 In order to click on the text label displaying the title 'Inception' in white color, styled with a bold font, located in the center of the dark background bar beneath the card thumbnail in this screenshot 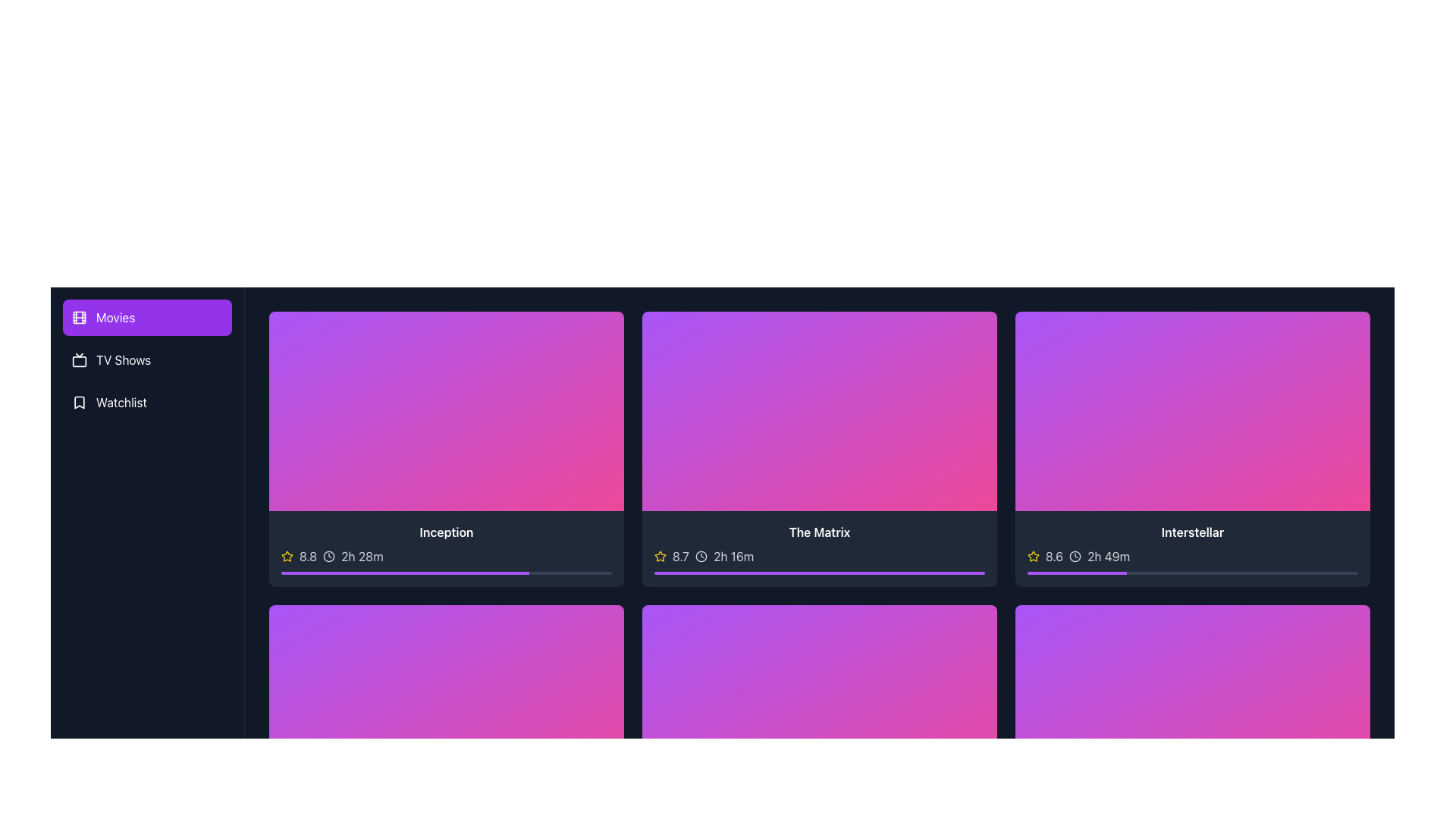, I will do `click(446, 532)`.